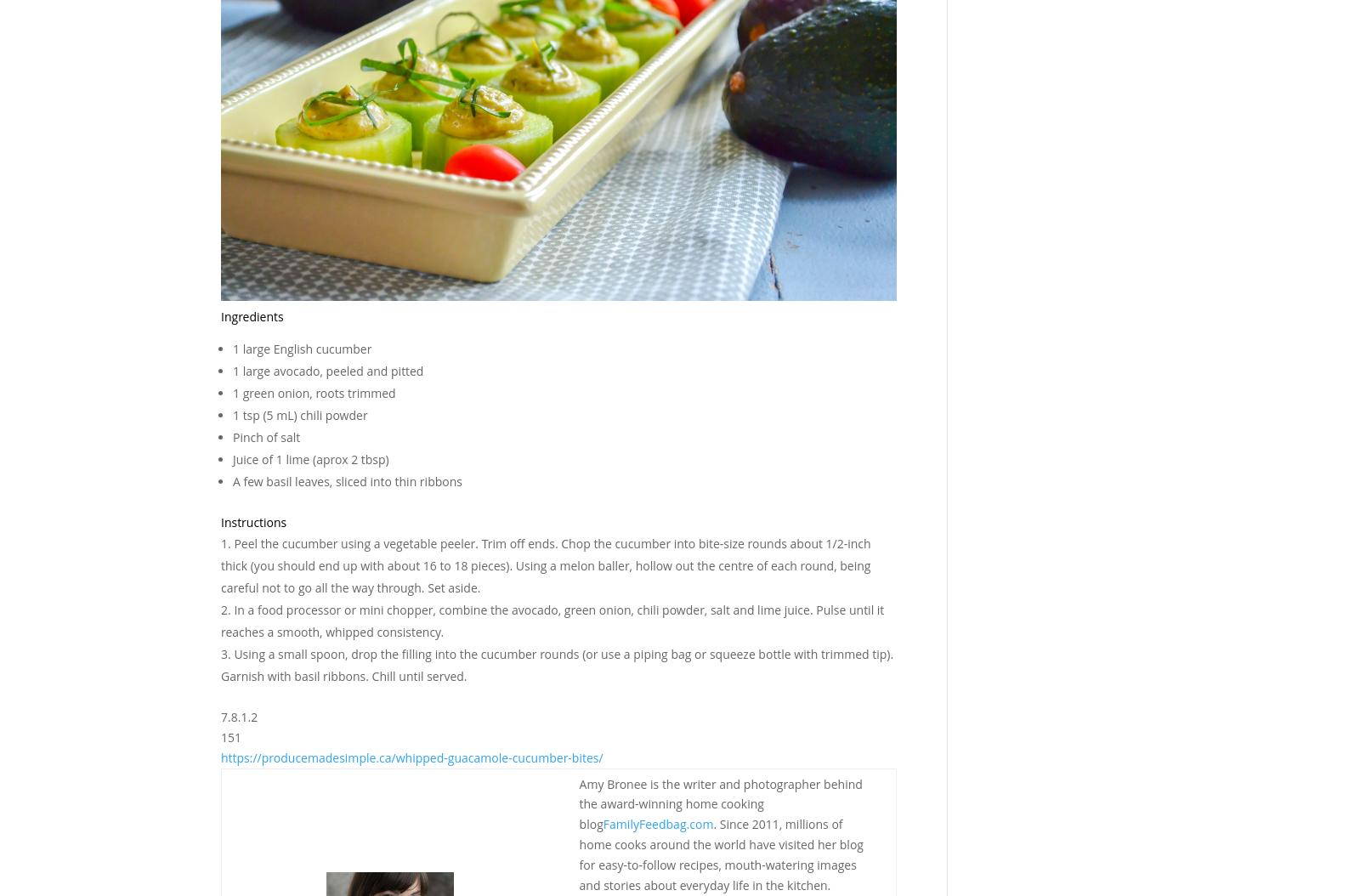 The width and height of the screenshot is (1360, 896). I want to click on 'In a food processor or mini chopper, combine the avocado, green onion, chili powder, salt and lime juice. Pulse until it reaches a smooth, whipped consistency.', so click(552, 620).